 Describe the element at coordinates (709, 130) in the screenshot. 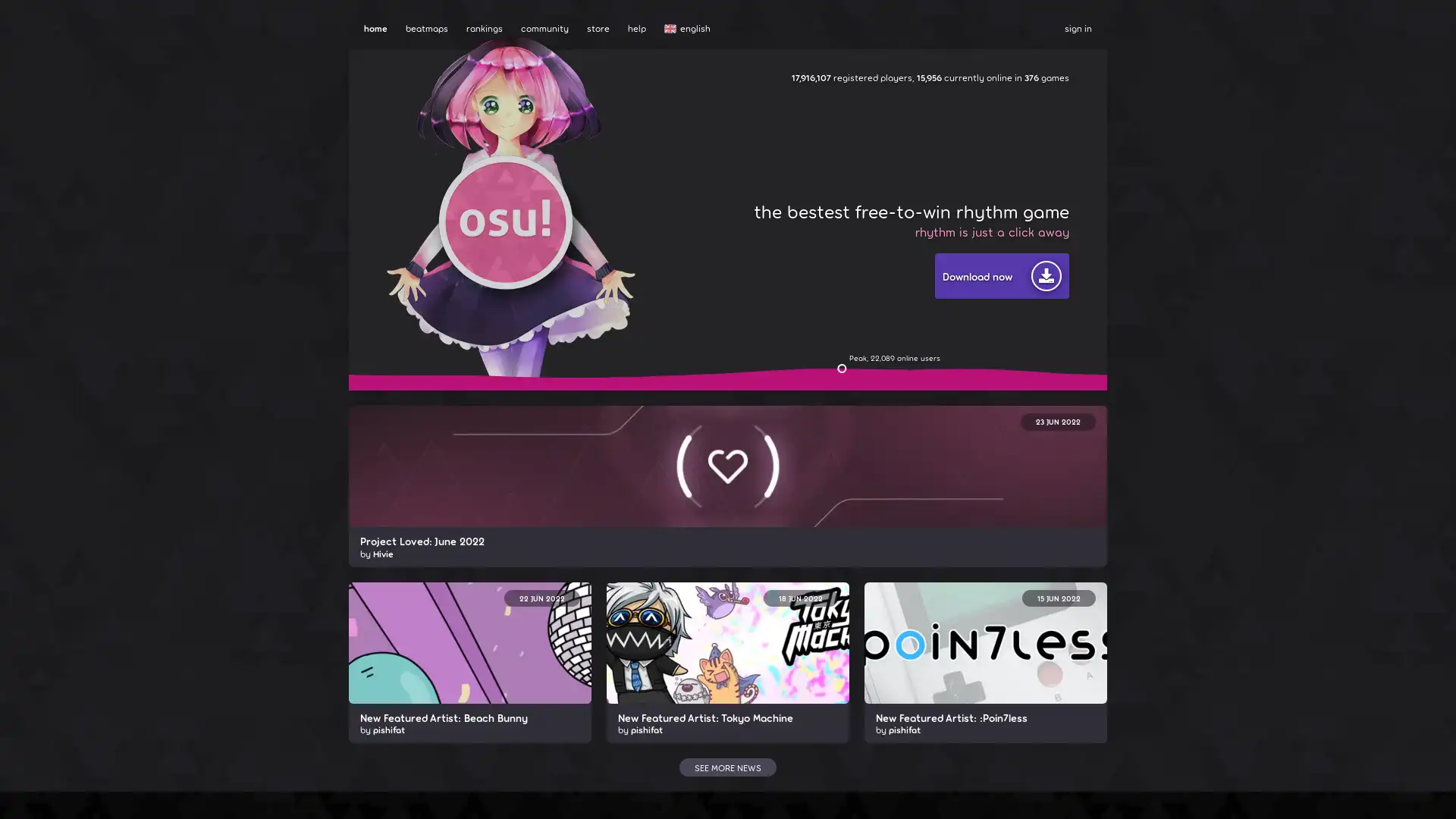

I see `cesky` at that location.